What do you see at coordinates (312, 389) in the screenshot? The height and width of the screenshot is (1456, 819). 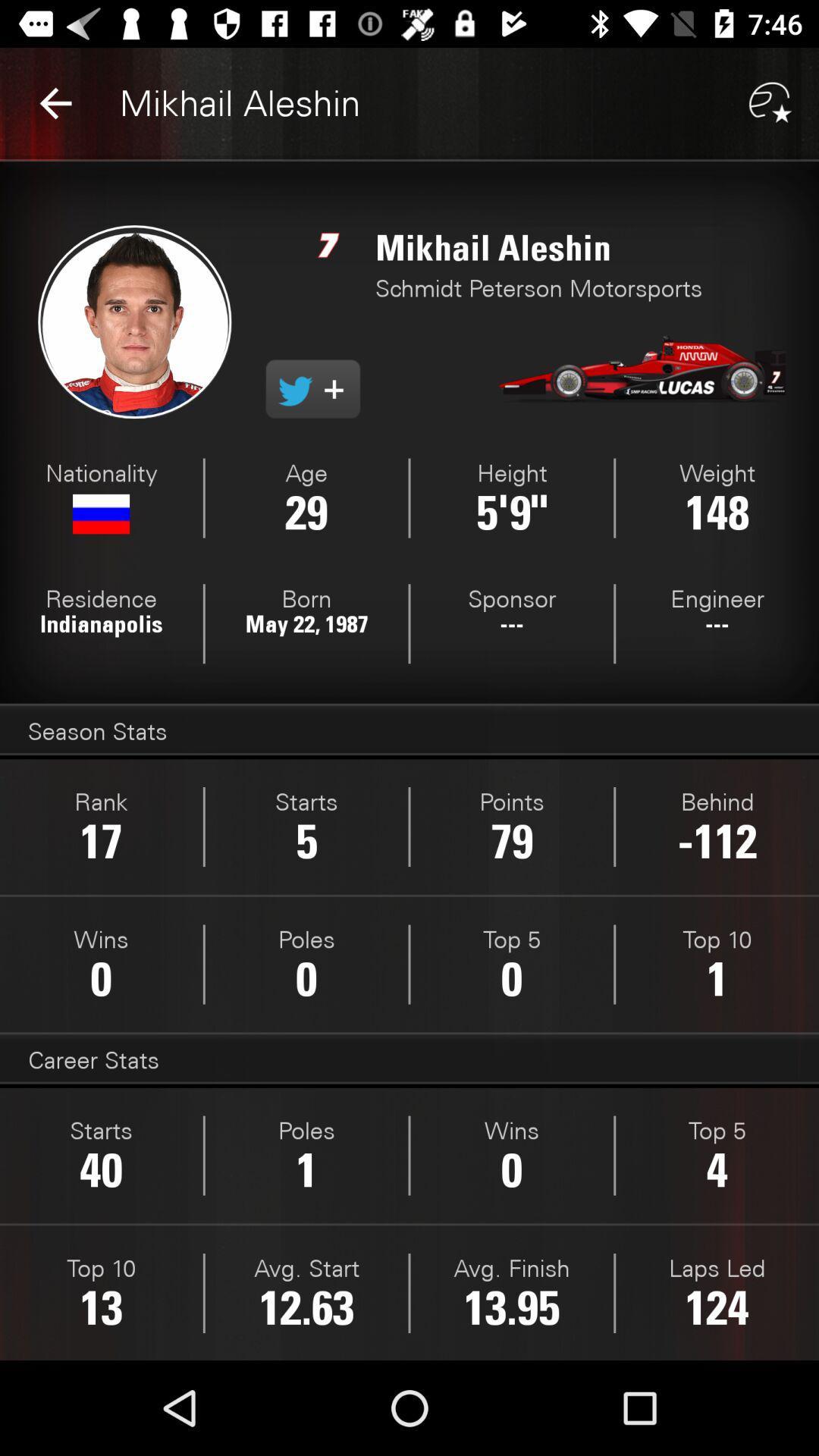 I see `twitter` at bounding box center [312, 389].